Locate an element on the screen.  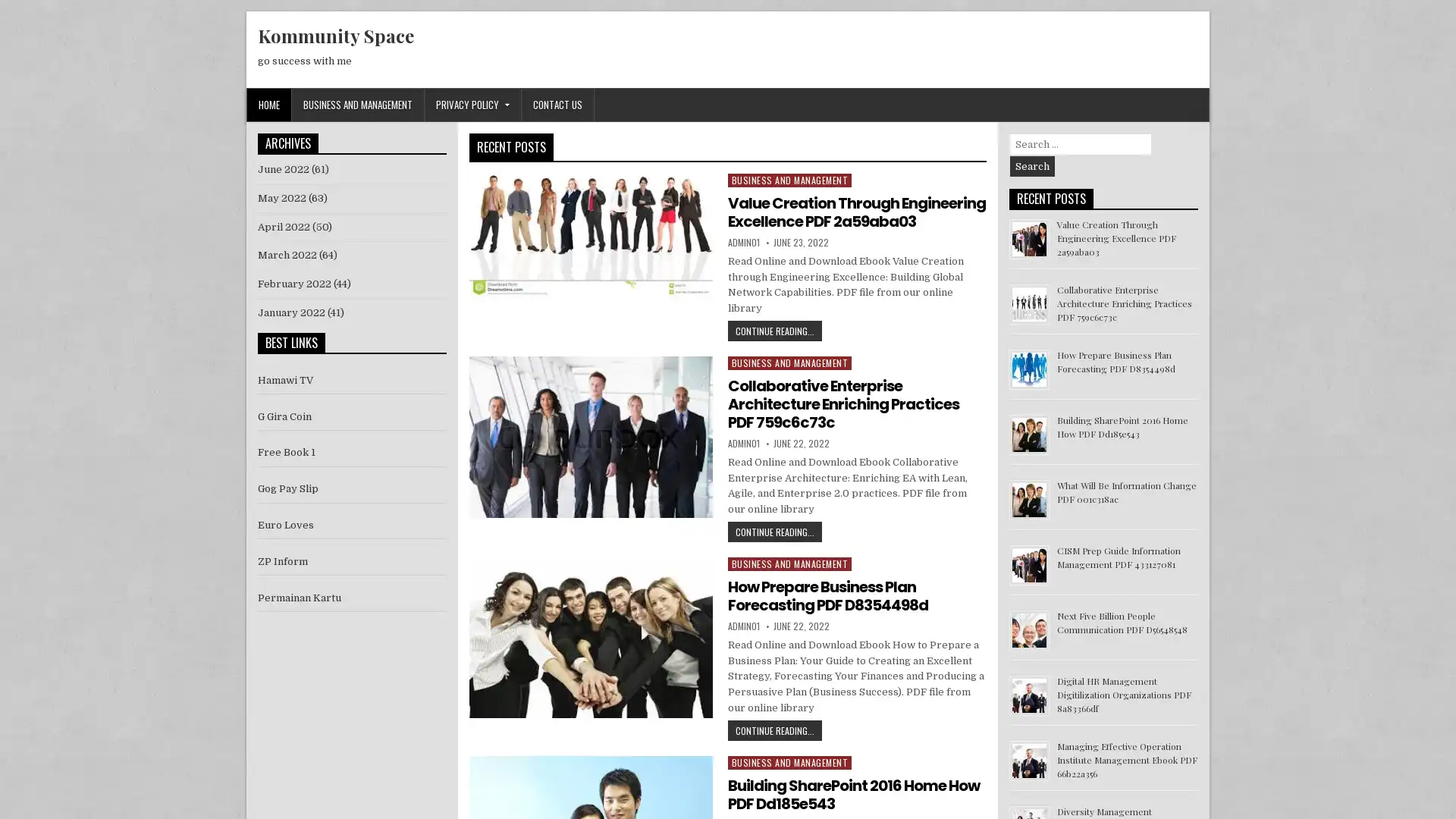
Search is located at coordinates (1031, 166).